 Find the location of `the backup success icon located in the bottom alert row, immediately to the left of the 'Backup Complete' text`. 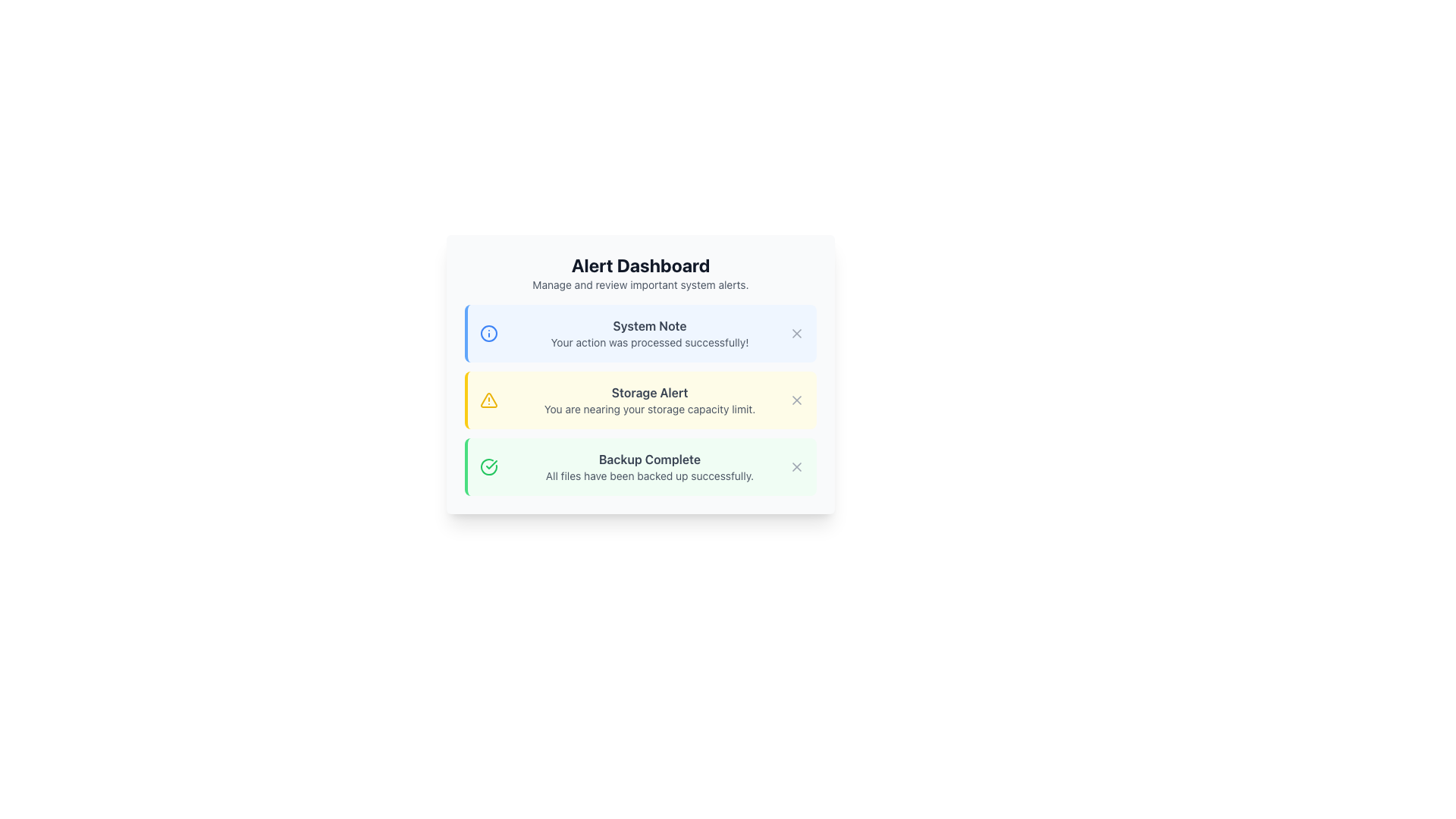

the backup success icon located in the bottom alert row, immediately to the left of the 'Backup Complete' text is located at coordinates (488, 466).